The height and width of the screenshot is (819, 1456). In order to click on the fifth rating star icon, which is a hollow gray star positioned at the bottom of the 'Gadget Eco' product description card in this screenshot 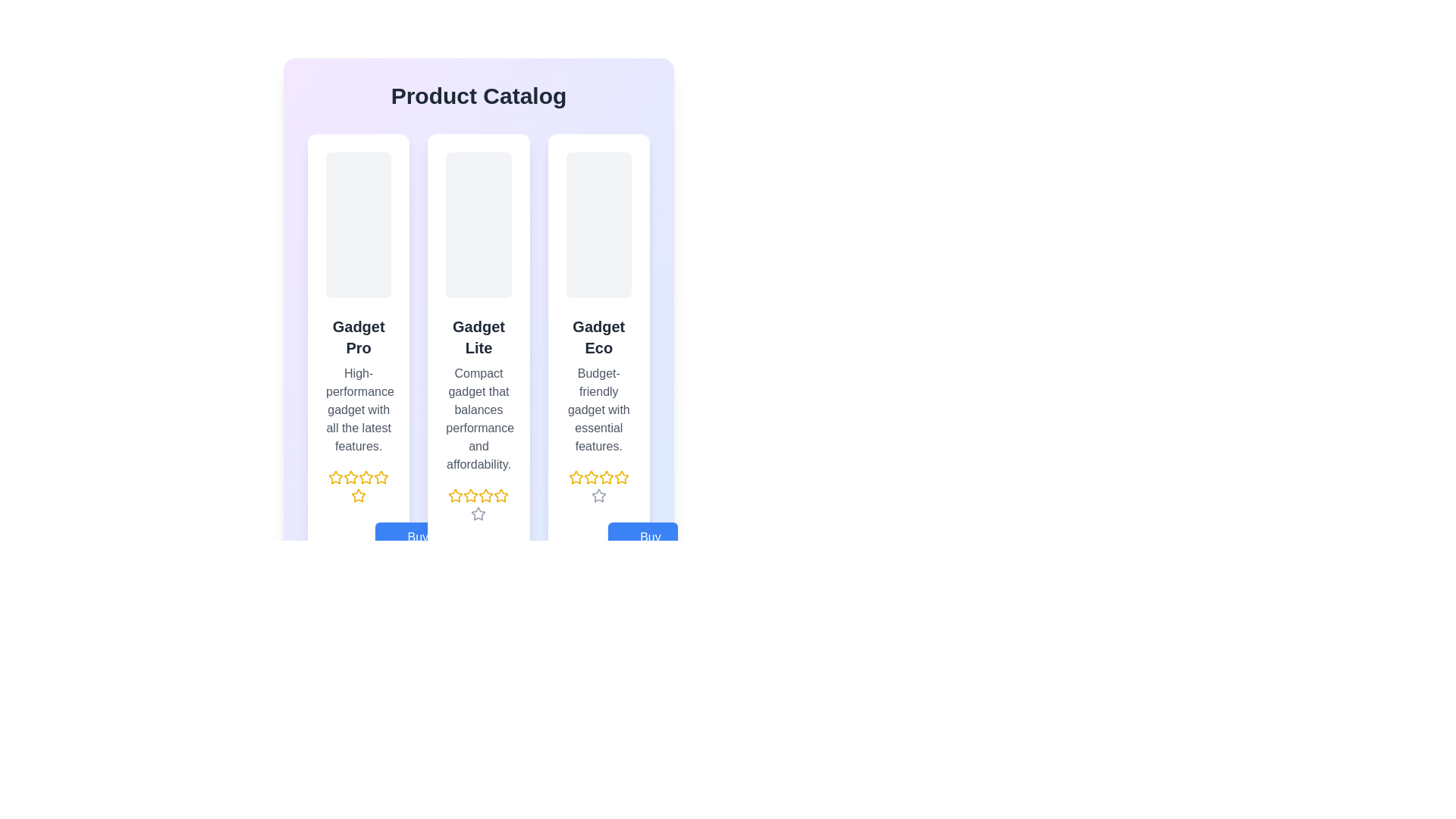, I will do `click(598, 495)`.